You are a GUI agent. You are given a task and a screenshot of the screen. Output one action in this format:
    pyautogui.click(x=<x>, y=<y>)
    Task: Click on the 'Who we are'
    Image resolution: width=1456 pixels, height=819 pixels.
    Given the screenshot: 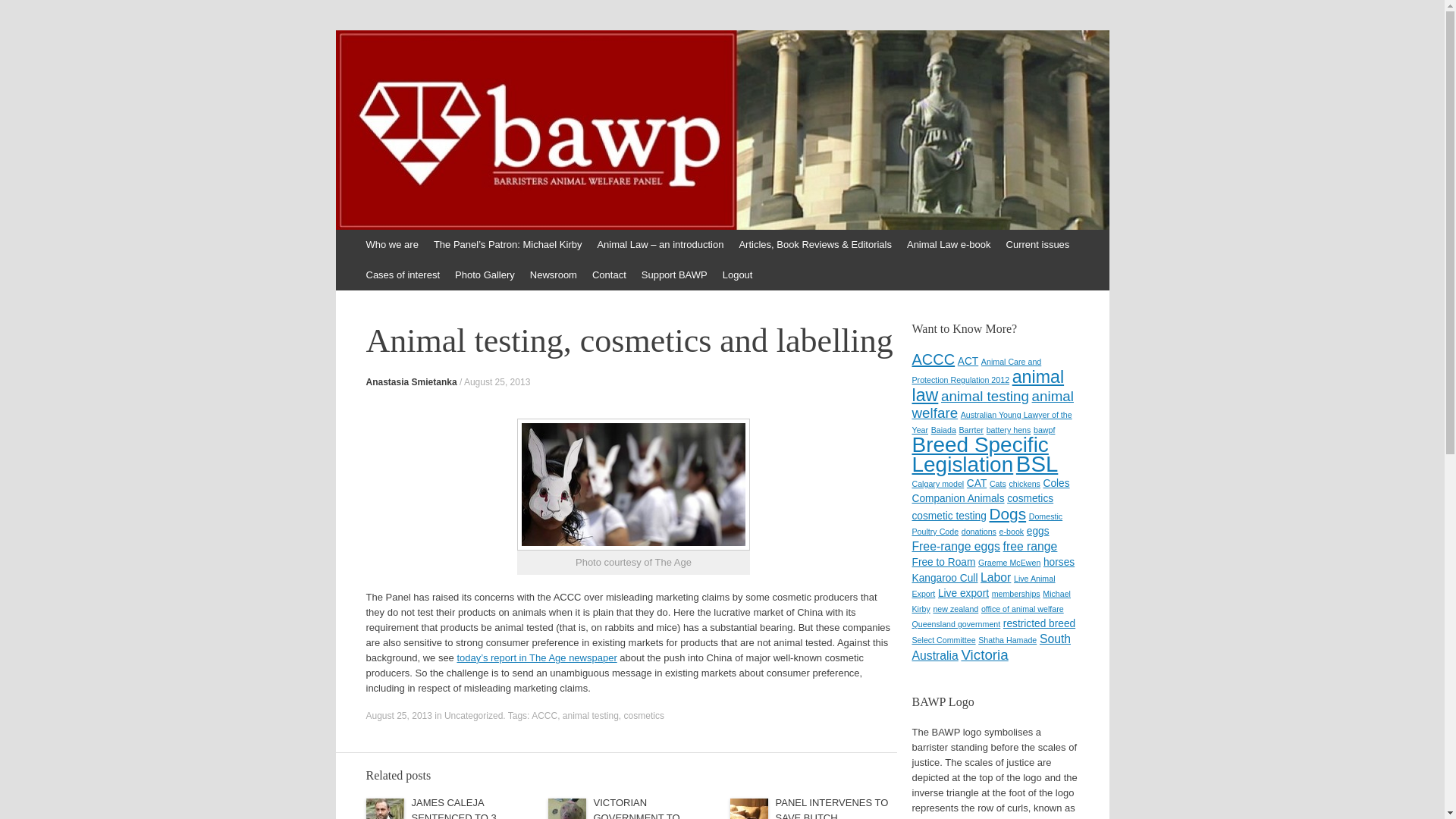 What is the action you would take?
    pyautogui.click(x=391, y=244)
    